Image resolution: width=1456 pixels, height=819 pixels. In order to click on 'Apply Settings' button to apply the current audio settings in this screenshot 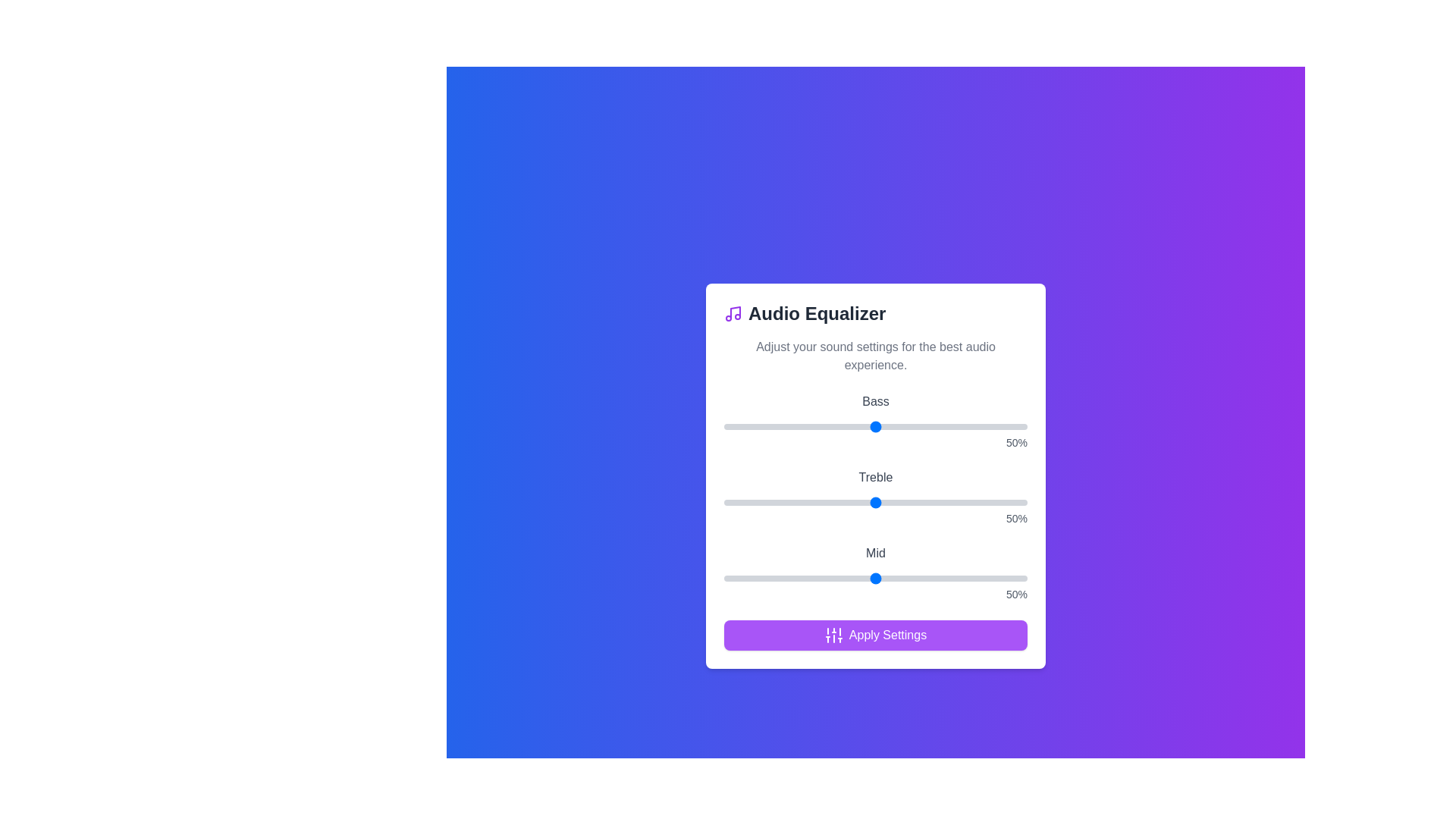, I will do `click(876, 635)`.